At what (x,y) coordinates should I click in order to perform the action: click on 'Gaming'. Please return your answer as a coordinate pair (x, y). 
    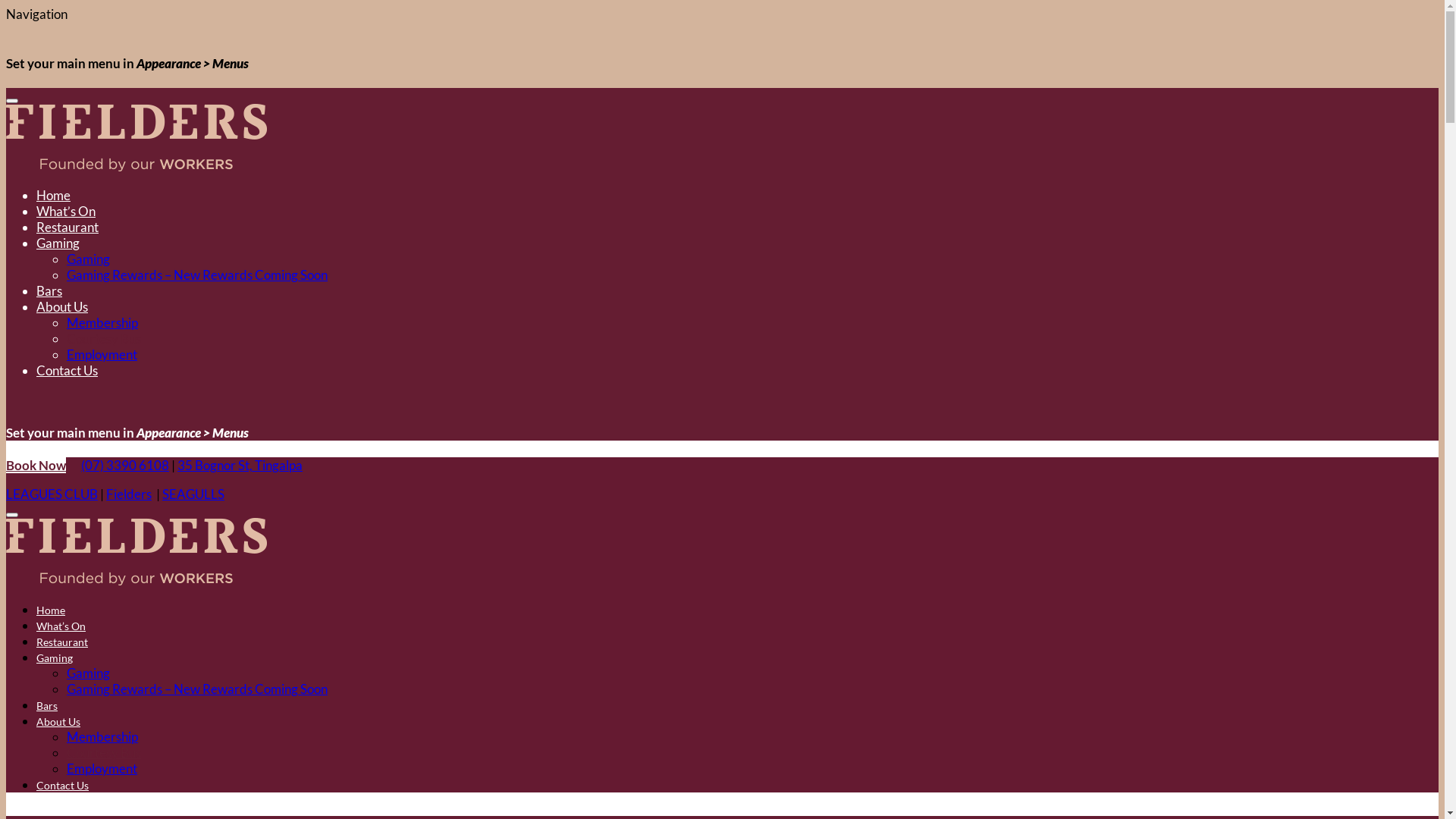
    Looking at the image, I should click on (55, 657).